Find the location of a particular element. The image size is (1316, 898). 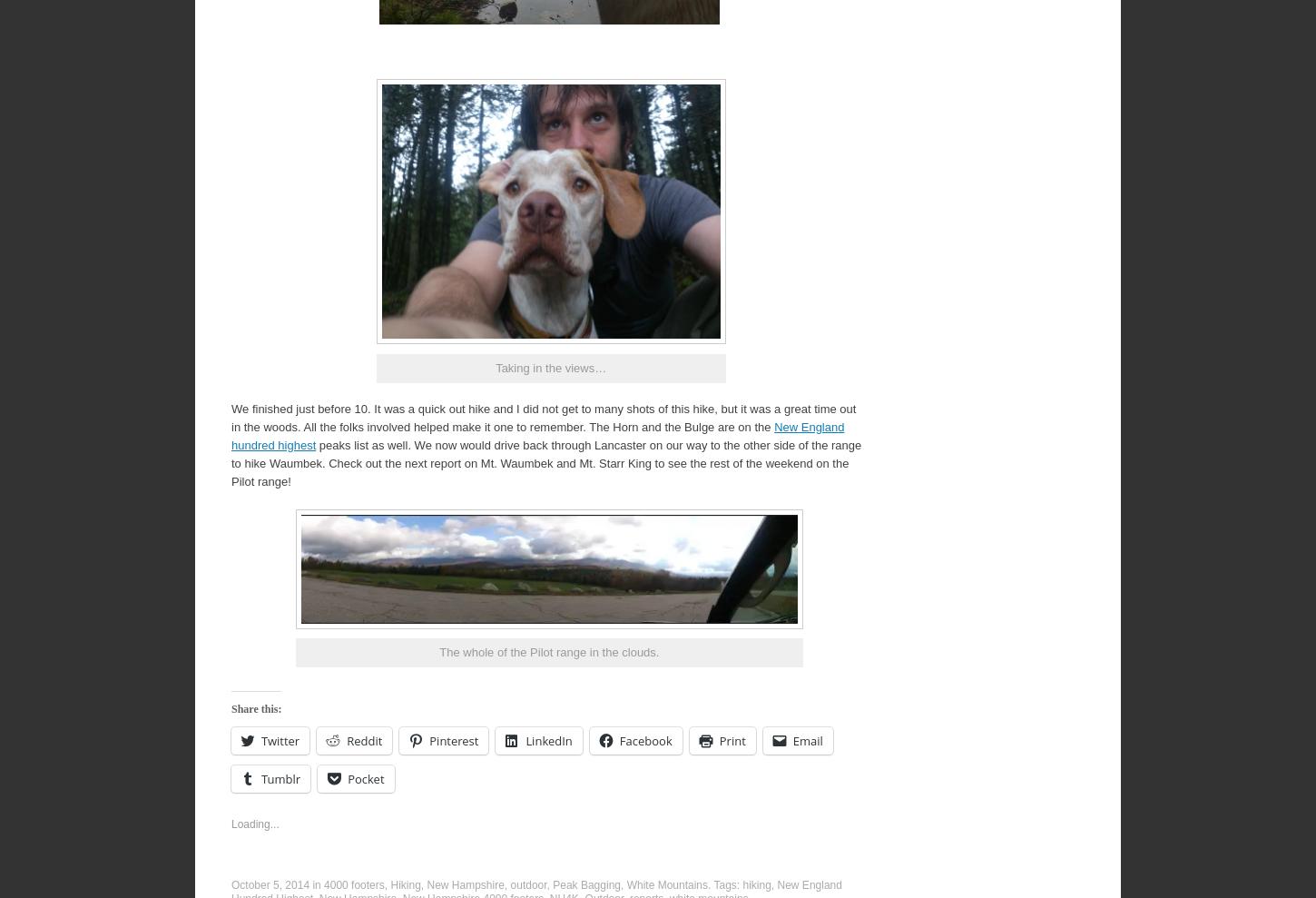

'Twitter' is located at coordinates (280, 739).